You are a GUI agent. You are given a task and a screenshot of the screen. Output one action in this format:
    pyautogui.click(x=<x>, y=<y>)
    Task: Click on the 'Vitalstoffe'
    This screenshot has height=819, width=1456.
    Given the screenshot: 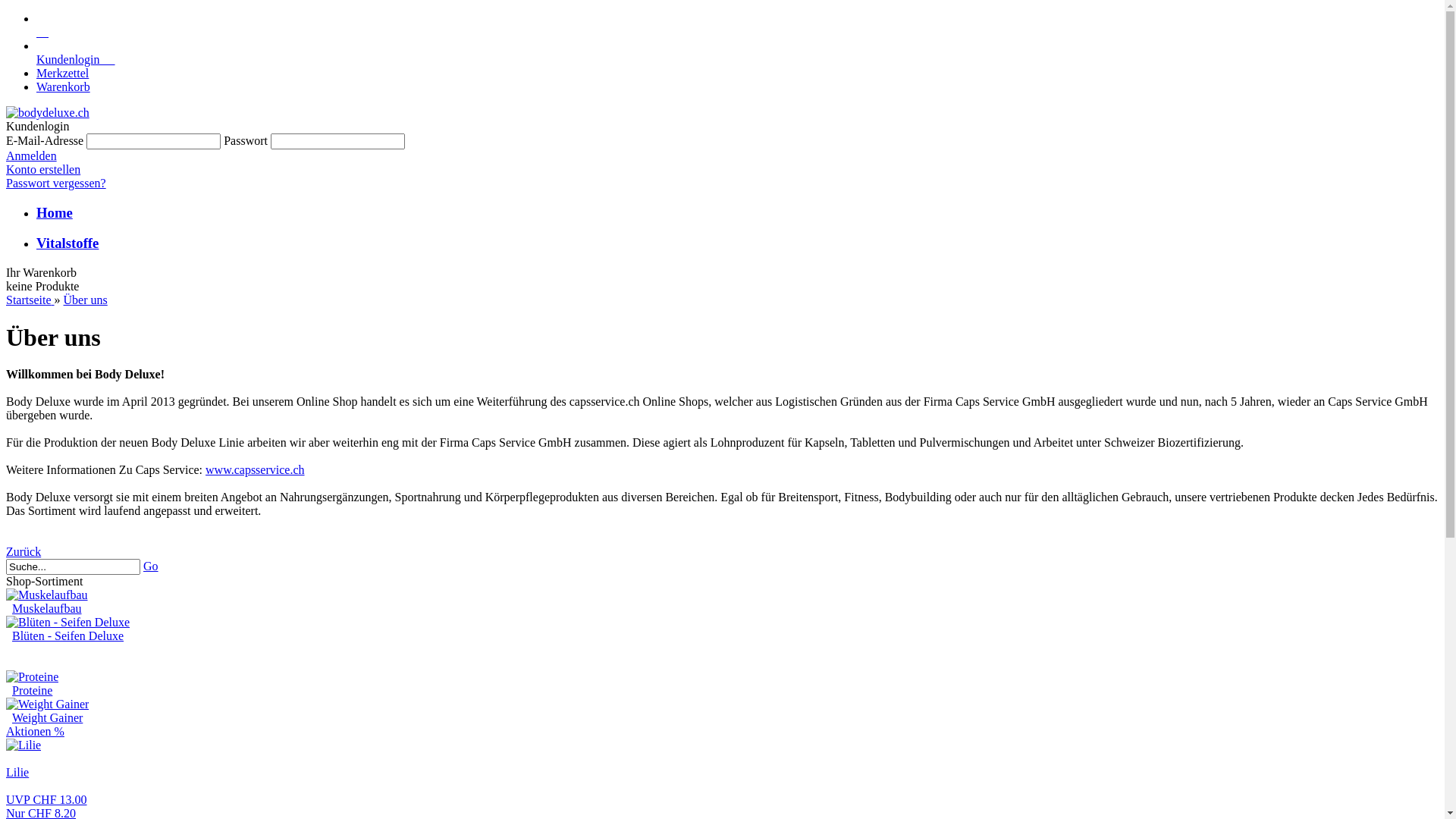 What is the action you would take?
    pyautogui.click(x=67, y=242)
    